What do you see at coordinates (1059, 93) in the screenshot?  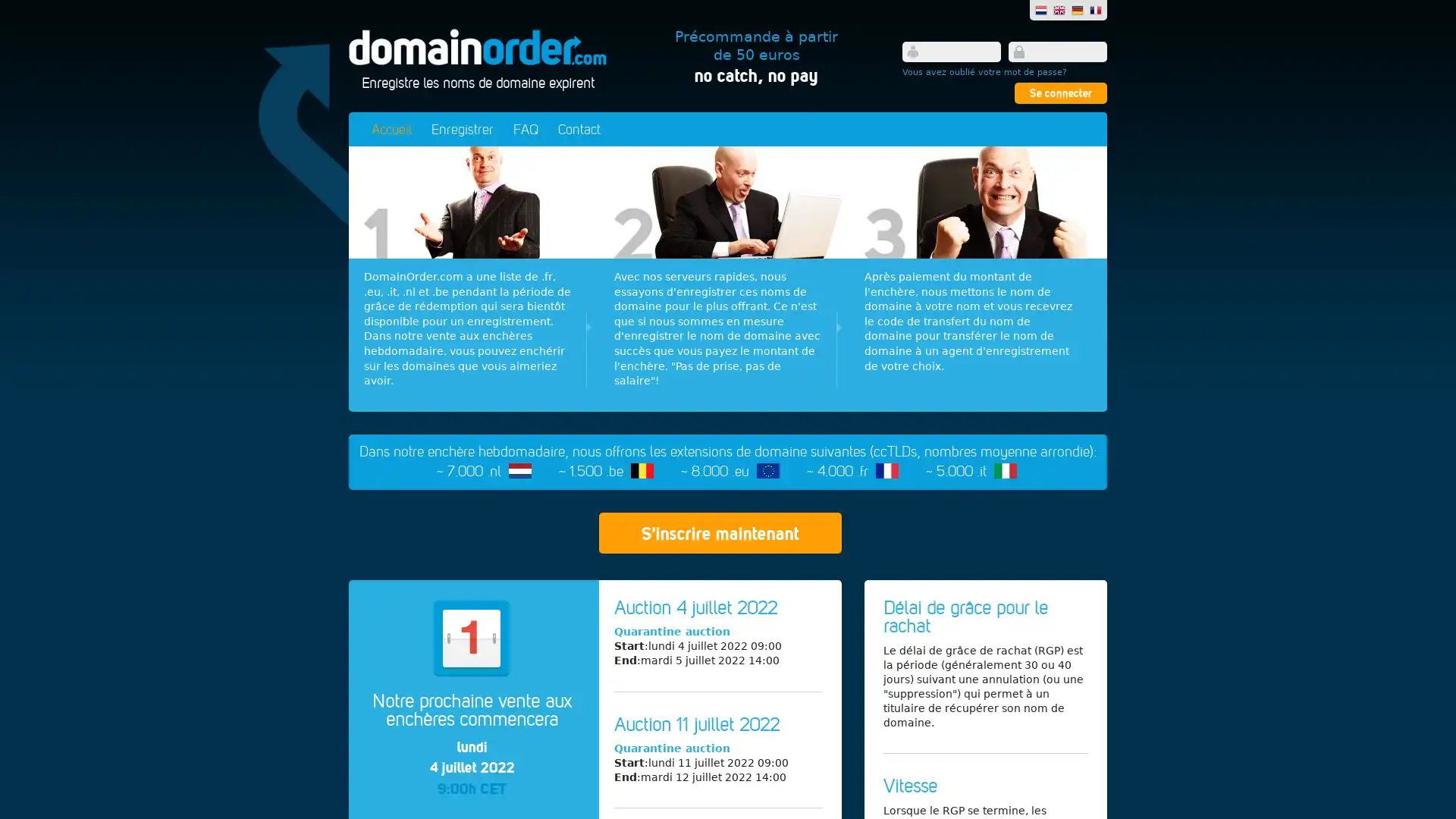 I see `Se connecter` at bounding box center [1059, 93].